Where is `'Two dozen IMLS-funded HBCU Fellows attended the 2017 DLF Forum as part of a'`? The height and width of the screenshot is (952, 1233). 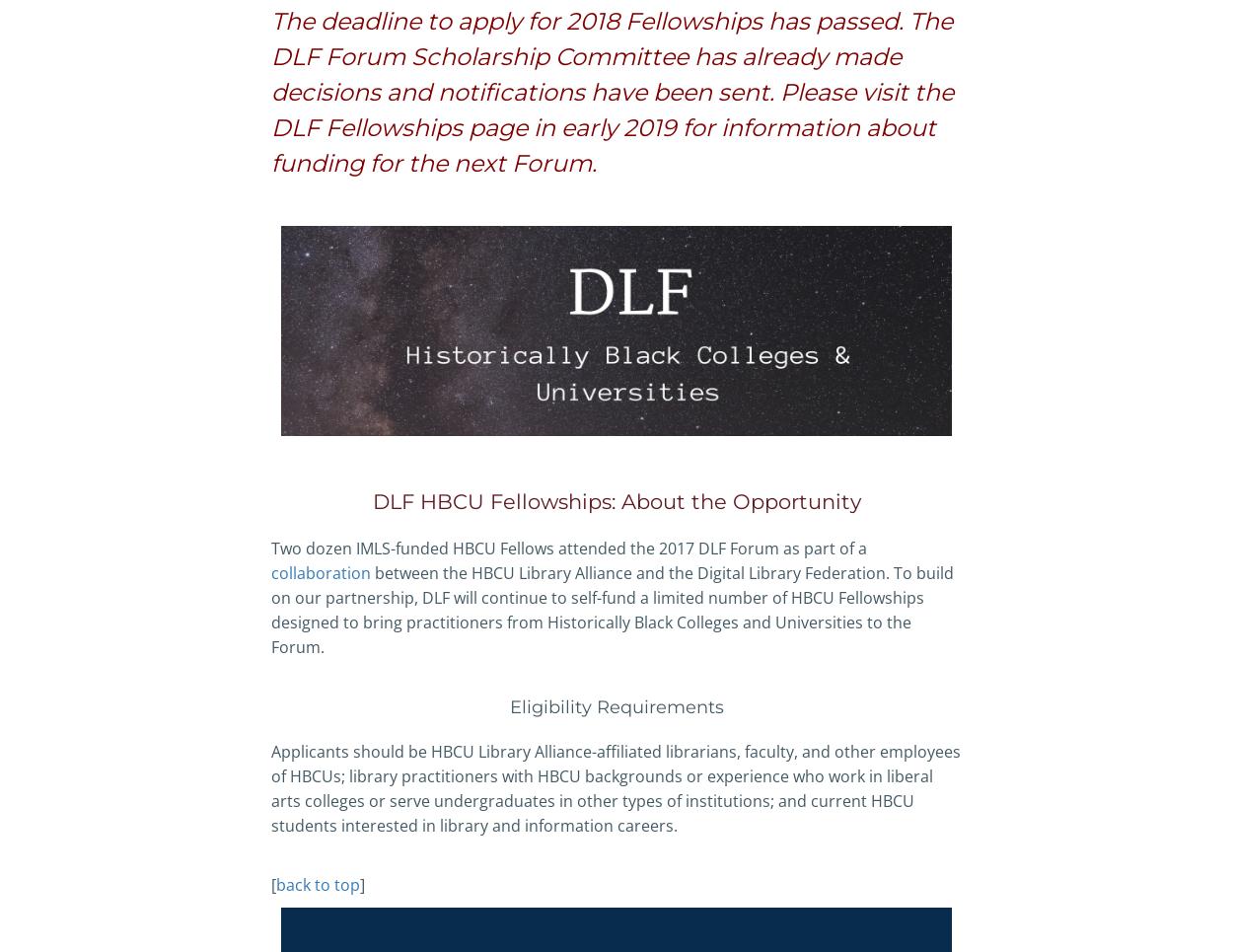
'Two dozen IMLS-funded HBCU Fellows attended the 2017 DLF Forum as part of a' is located at coordinates (568, 548).